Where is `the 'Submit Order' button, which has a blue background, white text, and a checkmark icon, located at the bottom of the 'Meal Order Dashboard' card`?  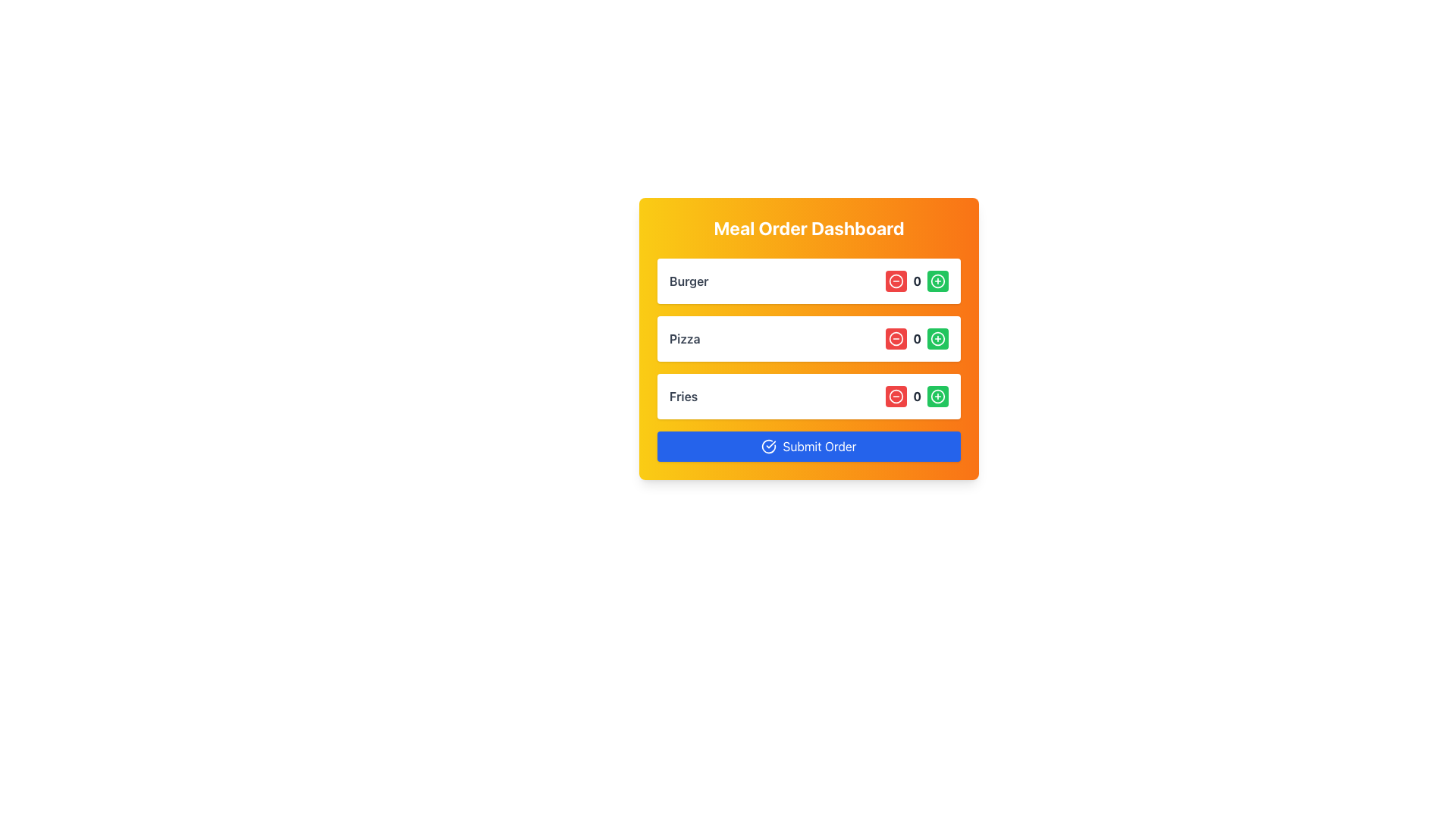
the 'Submit Order' button, which has a blue background, white text, and a checkmark icon, located at the bottom of the 'Meal Order Dashboard' card is located at coordinates (808, 446).